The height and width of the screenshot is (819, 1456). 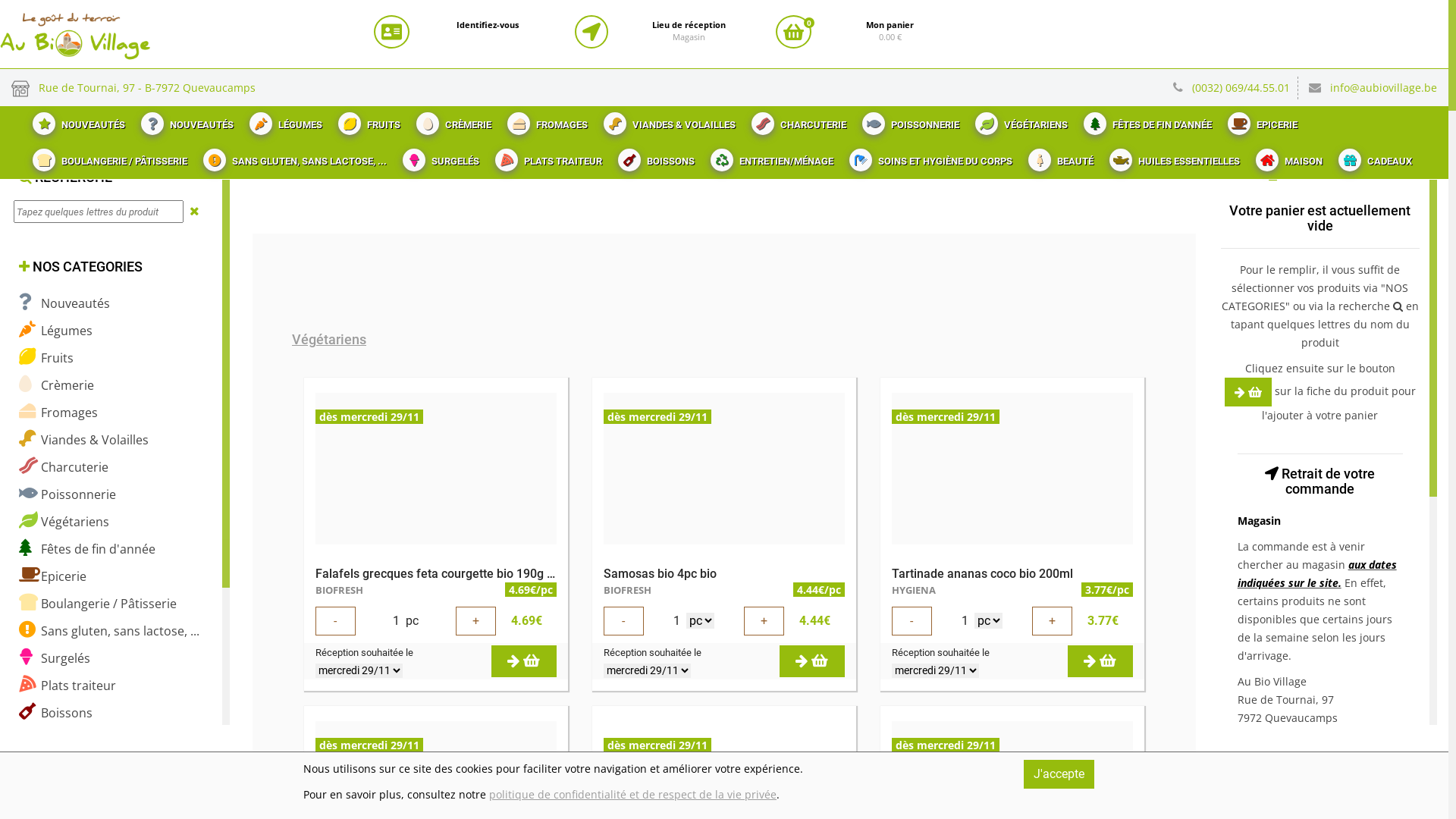 I want to click on '0', so click(x=775, y=32).